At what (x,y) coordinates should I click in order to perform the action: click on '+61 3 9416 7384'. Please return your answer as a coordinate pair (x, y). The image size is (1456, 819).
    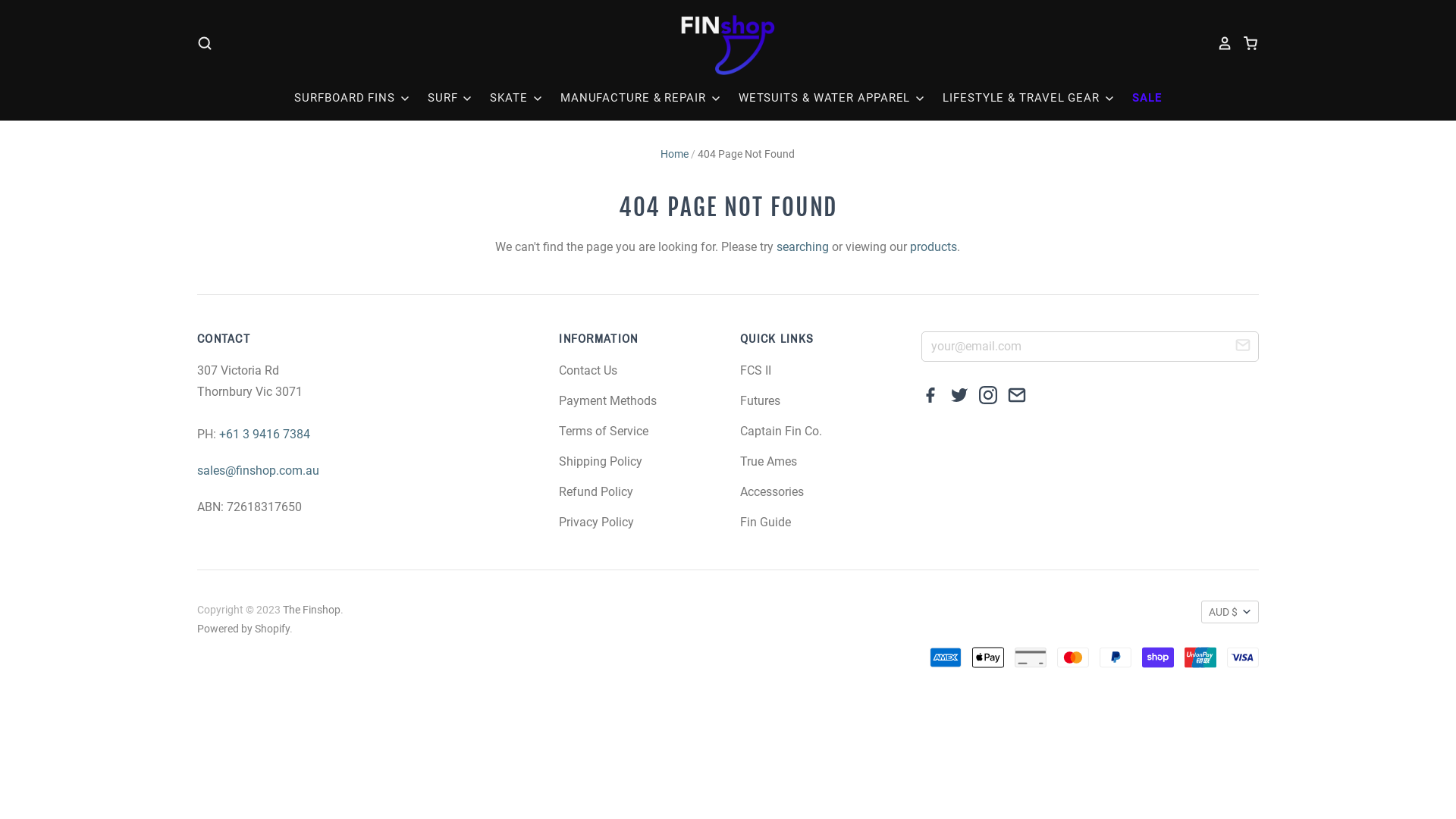
    Looking at the image, I should click on (265, 434).